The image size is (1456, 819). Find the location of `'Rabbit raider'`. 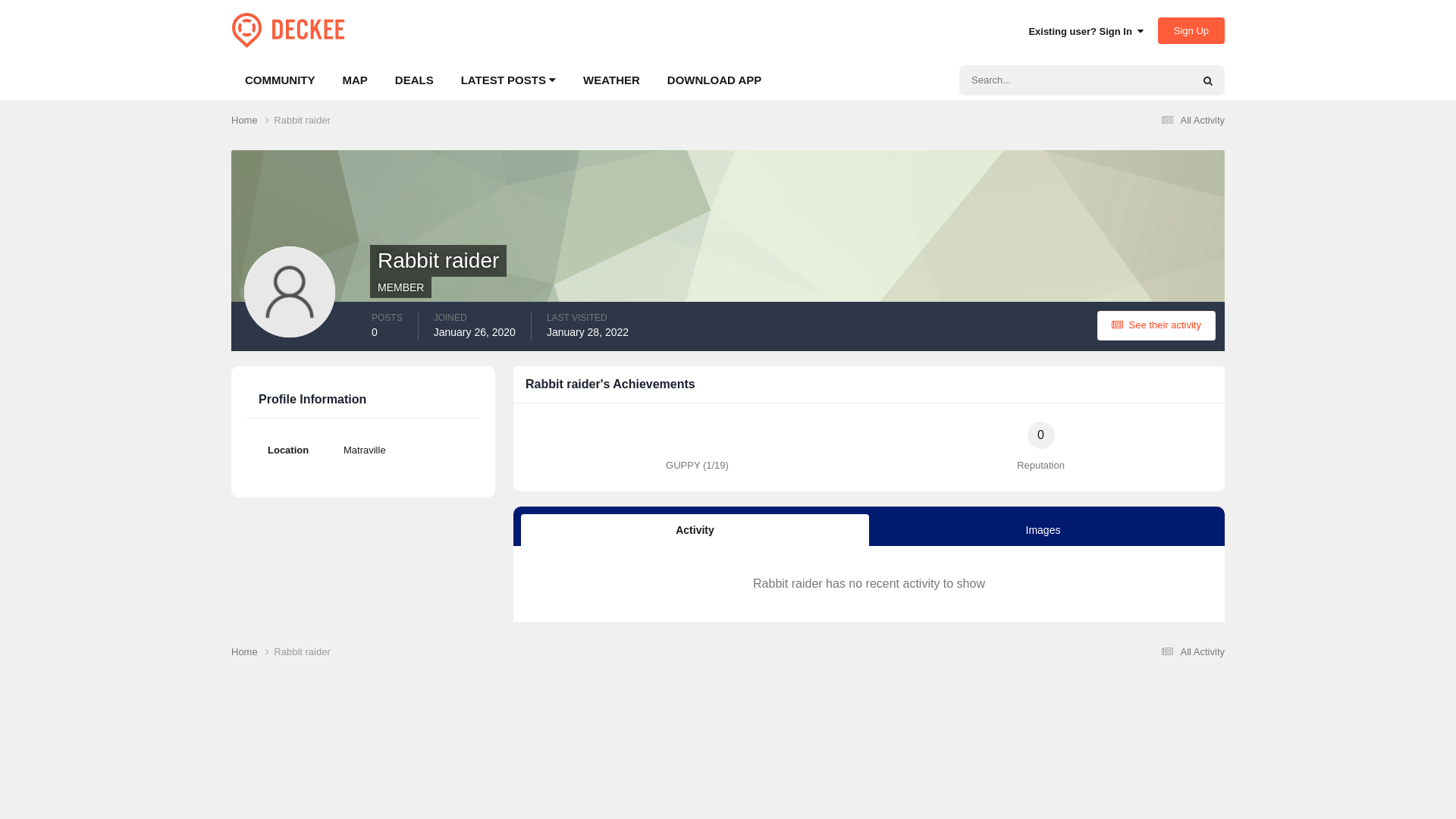

'Rabbit raider' is located at coordinates (302, 651).